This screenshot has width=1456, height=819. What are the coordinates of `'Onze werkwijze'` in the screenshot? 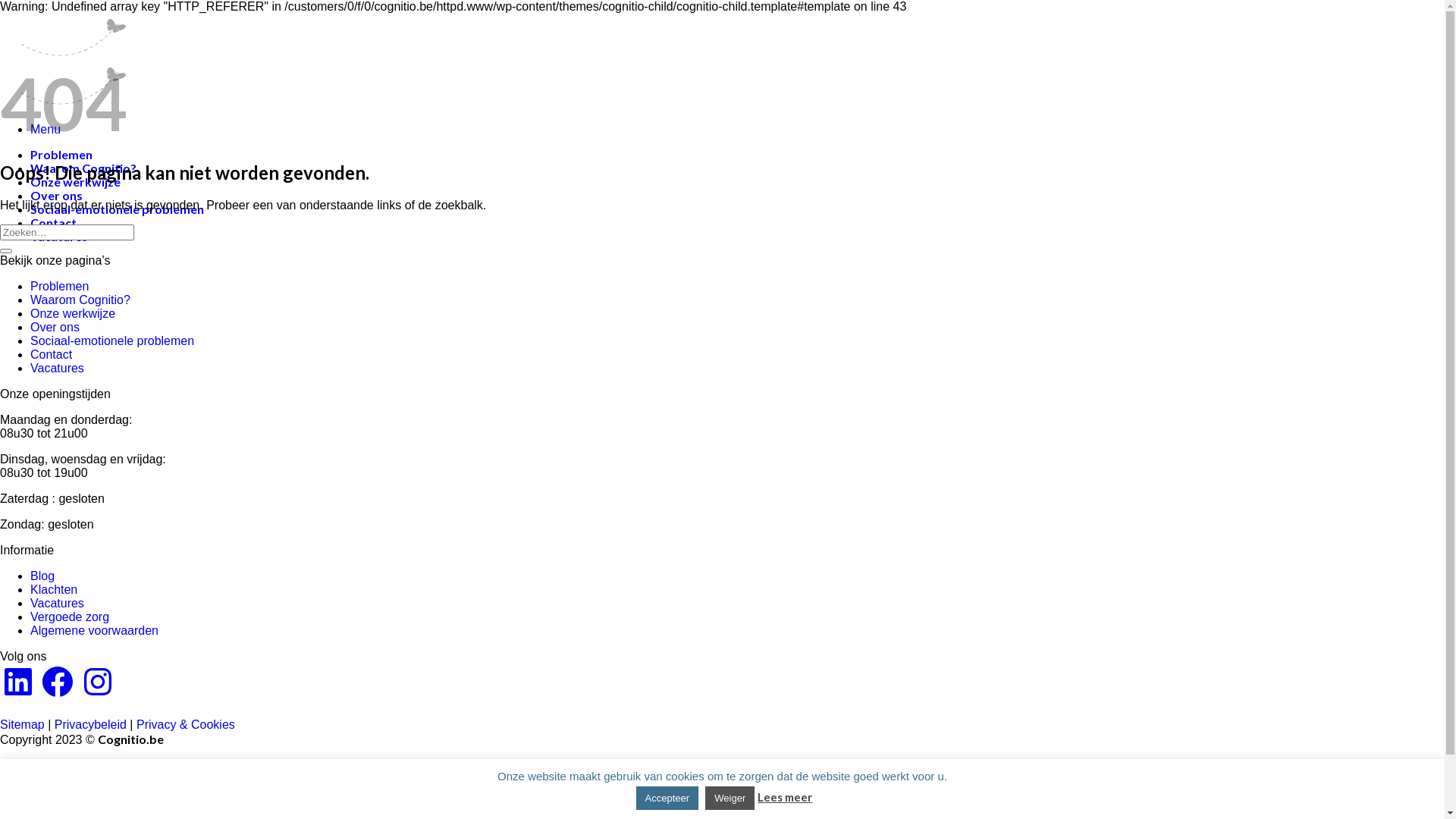 It's located at (74, 795).